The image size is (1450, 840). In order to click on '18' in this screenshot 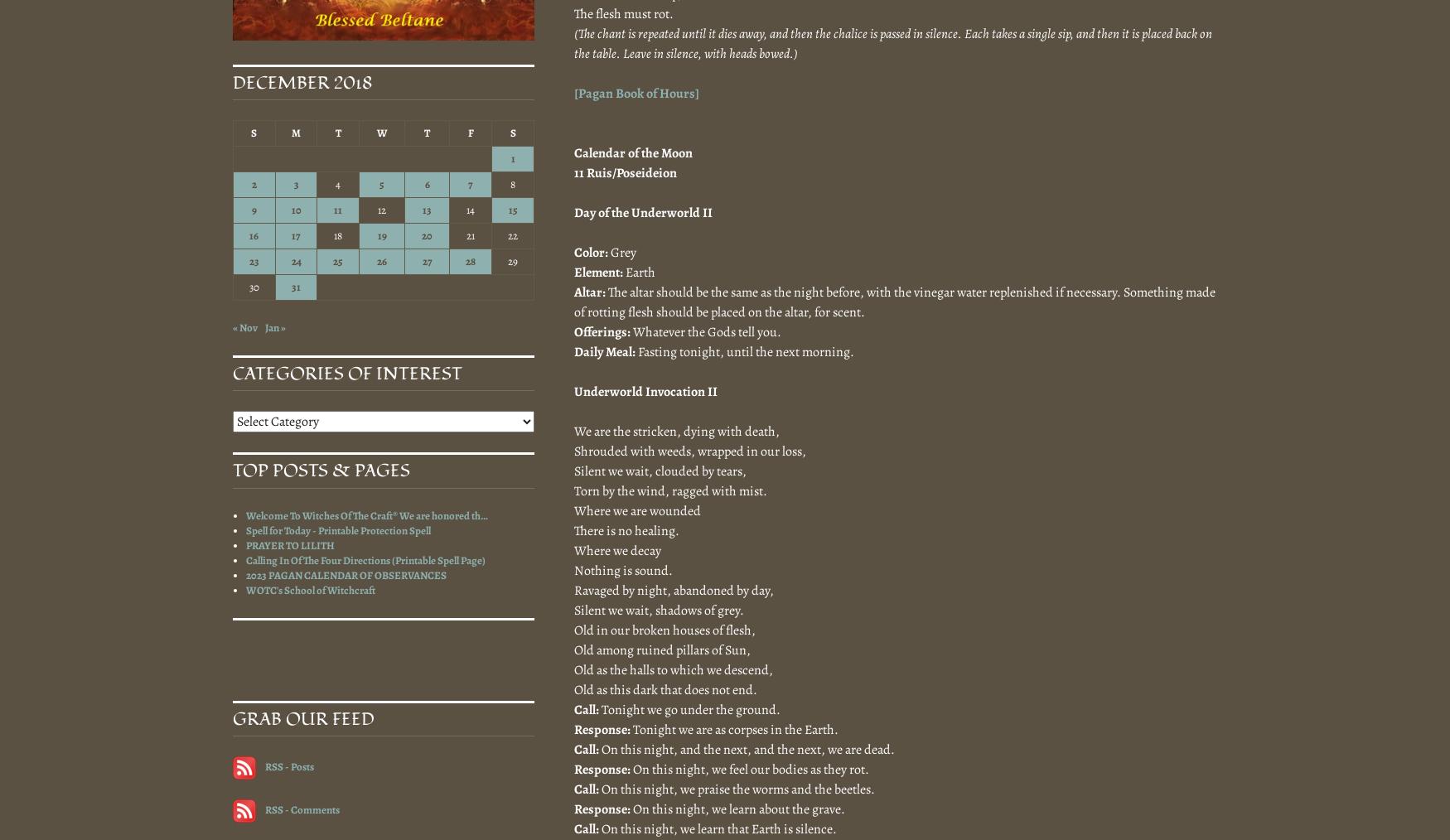, I will do `click(336, 235)`.